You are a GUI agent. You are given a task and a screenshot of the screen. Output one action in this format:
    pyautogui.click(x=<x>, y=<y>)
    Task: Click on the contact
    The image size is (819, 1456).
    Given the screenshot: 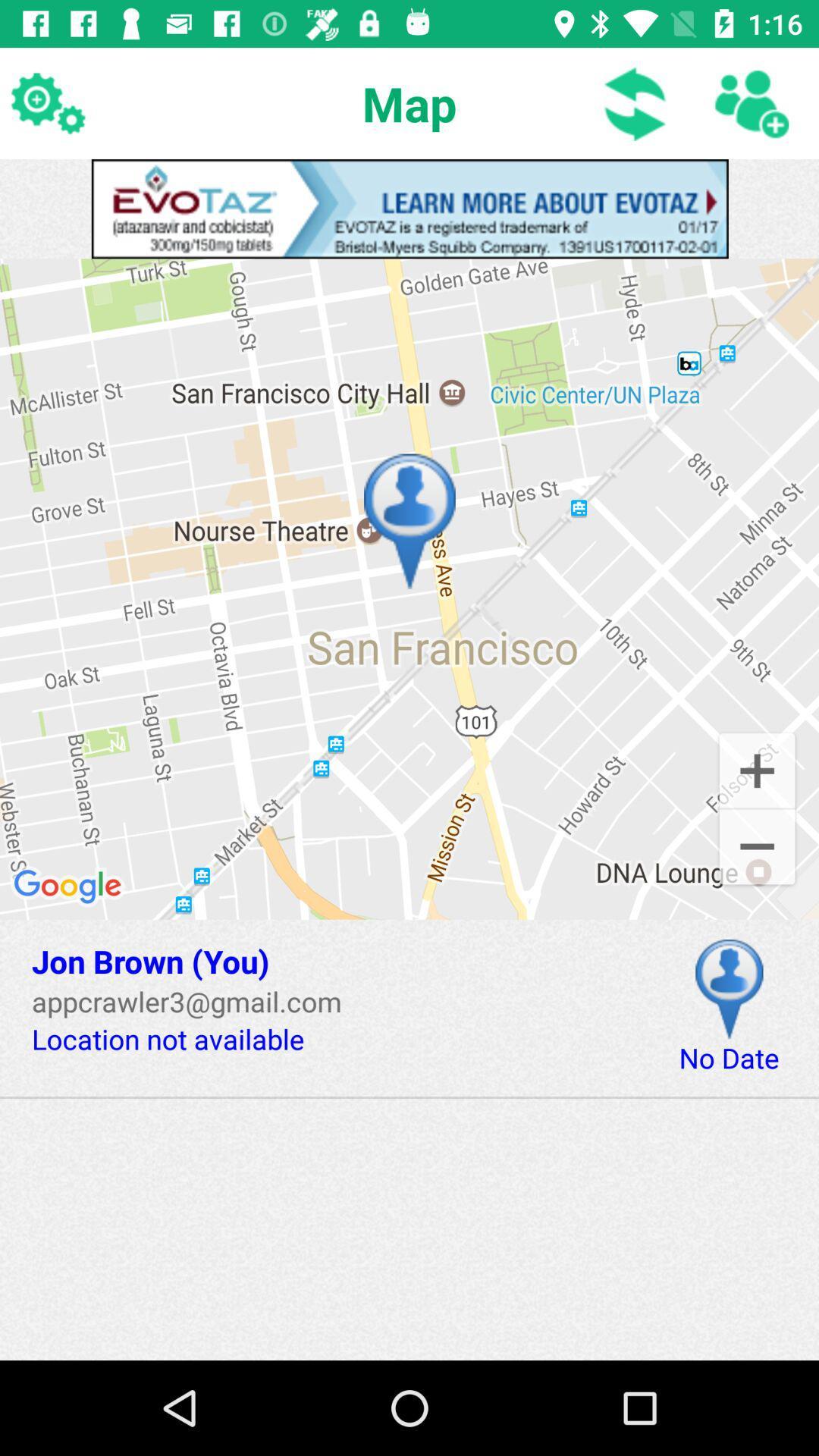 What is the action you would take?
    pyautogui.click(x=751, y=102)
    